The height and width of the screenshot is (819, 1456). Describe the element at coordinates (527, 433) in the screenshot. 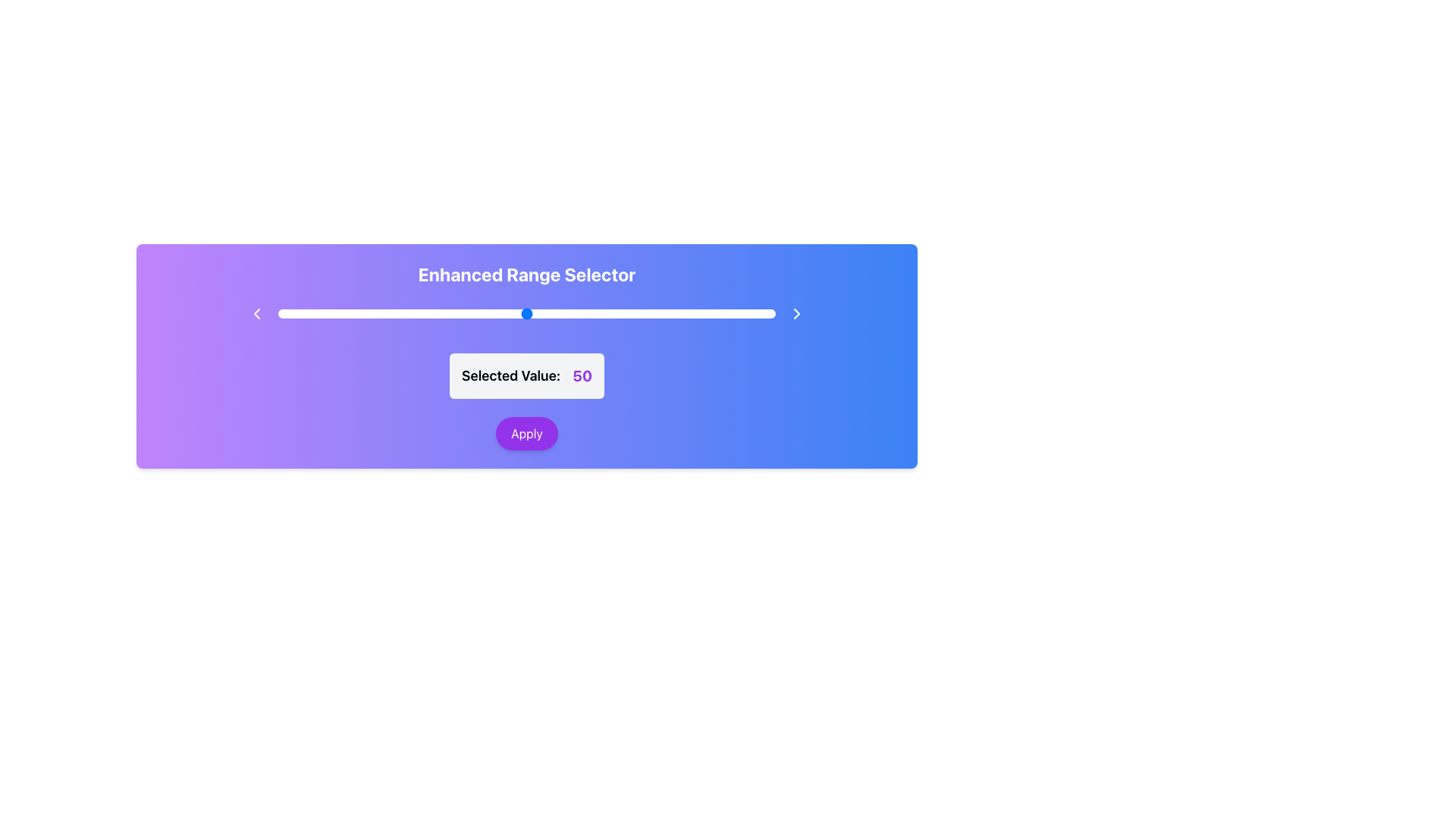

I see `the 'Apply' button with a purple background and white text to observe its hover effects` at that location.